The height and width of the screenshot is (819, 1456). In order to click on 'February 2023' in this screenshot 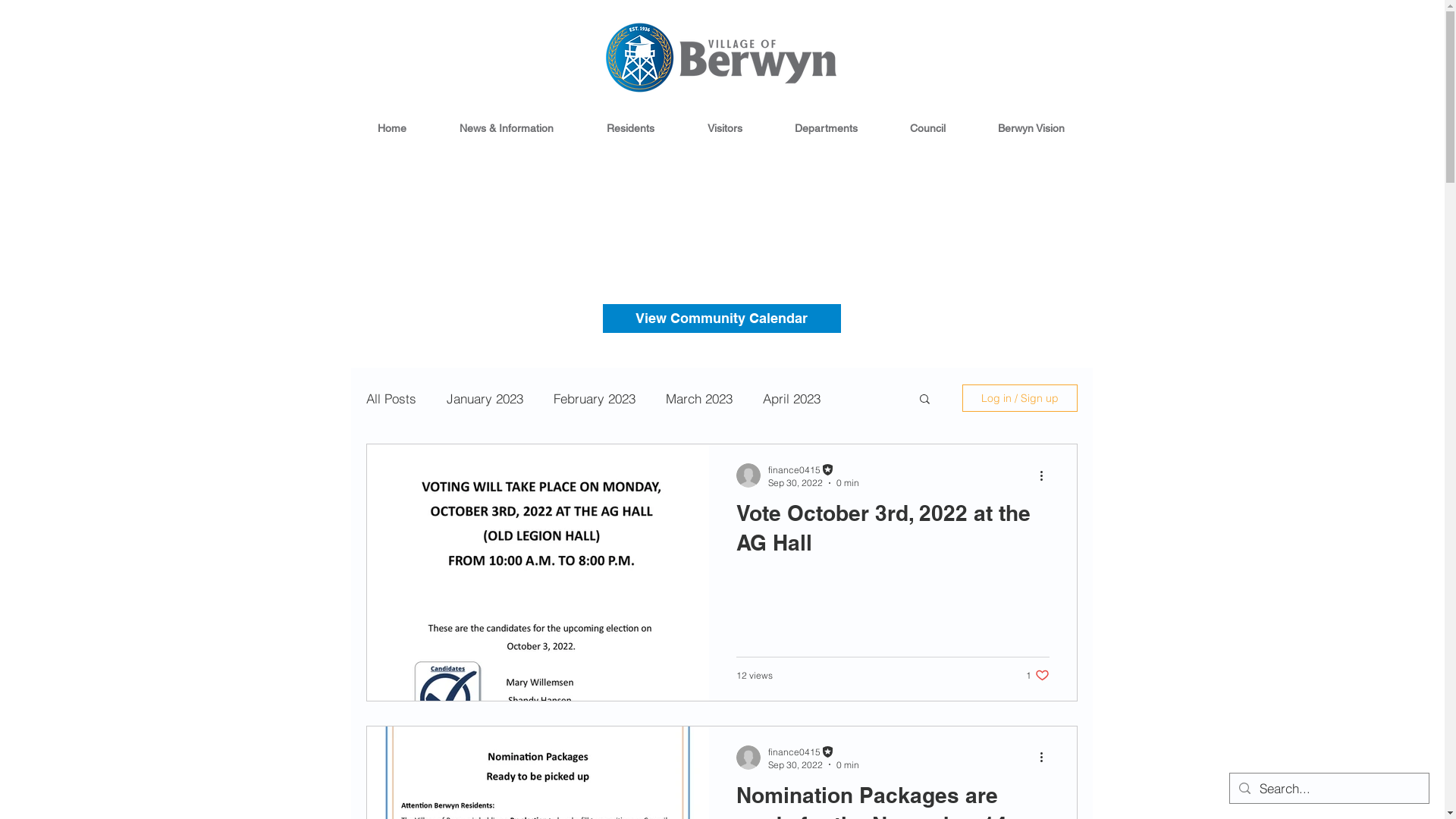, I will do `click(593, 397)`.